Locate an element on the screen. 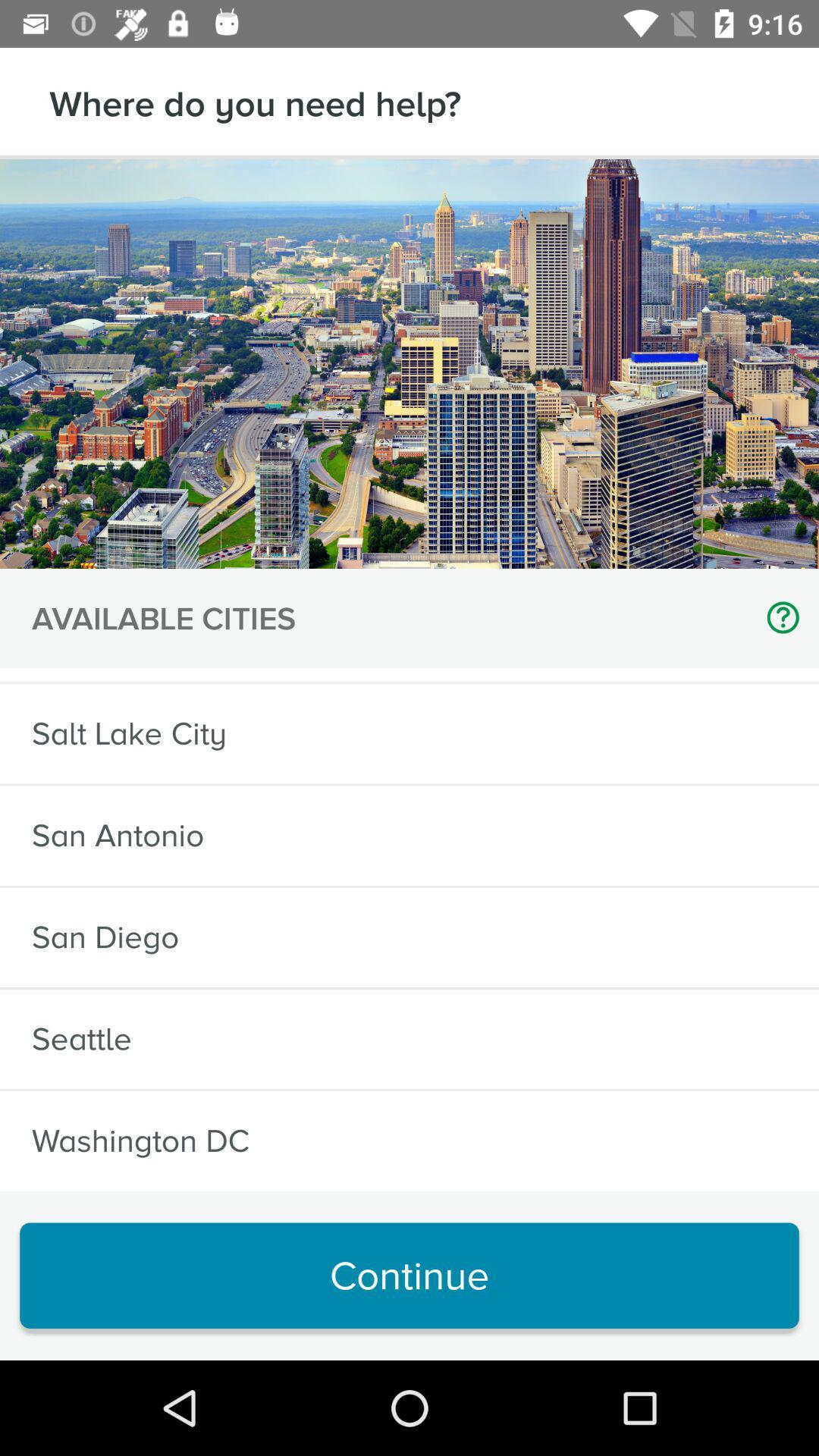 Image resolution: width=819 pixels, height=1456 pixels. item below sf bay area item is located at coordinates (128, 733).